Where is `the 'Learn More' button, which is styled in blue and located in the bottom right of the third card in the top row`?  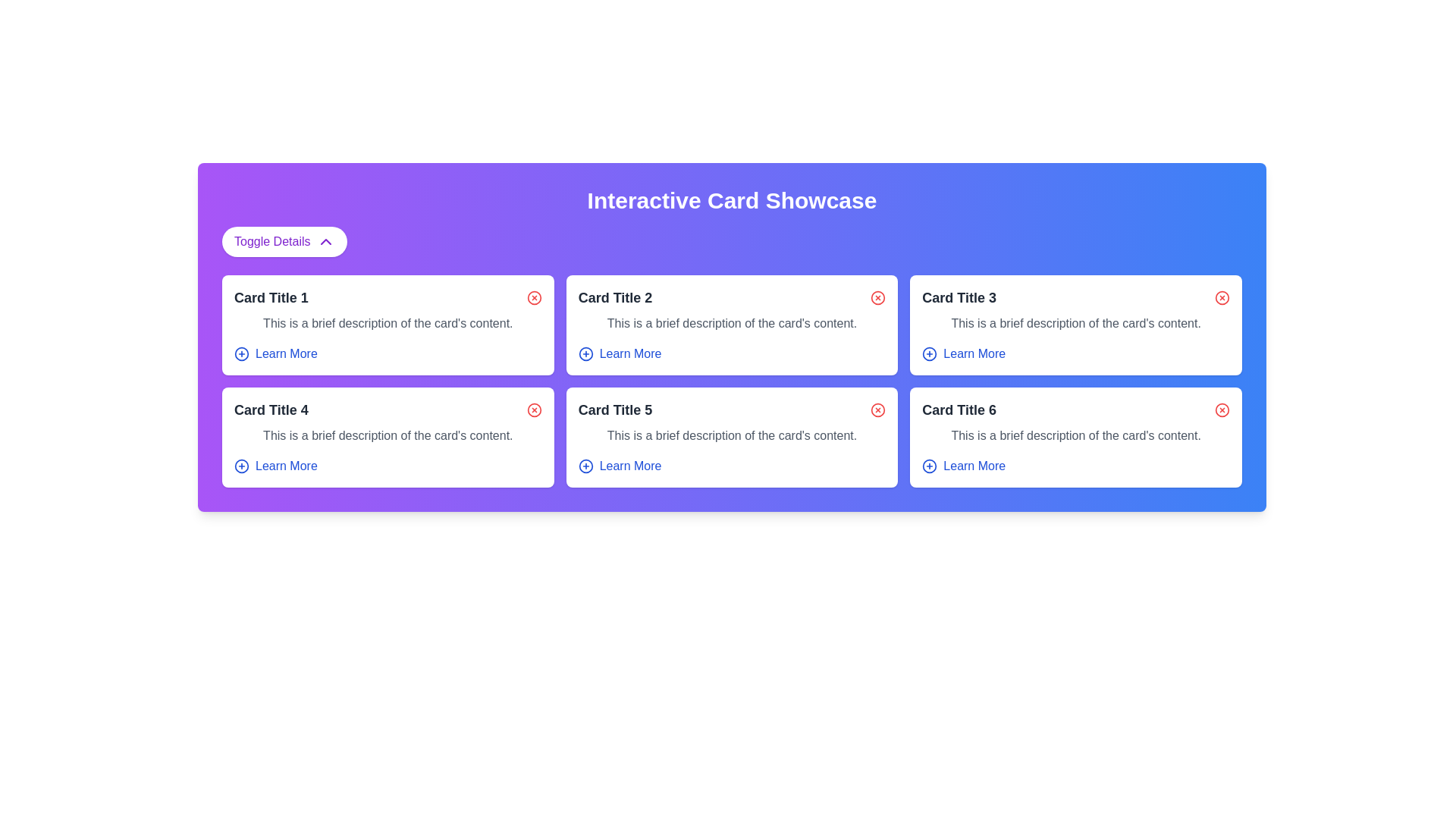
the 'Learn More' button, which is styled in blue and located in the bottom right of the third card in the top row is located at coordinates (963, 353).